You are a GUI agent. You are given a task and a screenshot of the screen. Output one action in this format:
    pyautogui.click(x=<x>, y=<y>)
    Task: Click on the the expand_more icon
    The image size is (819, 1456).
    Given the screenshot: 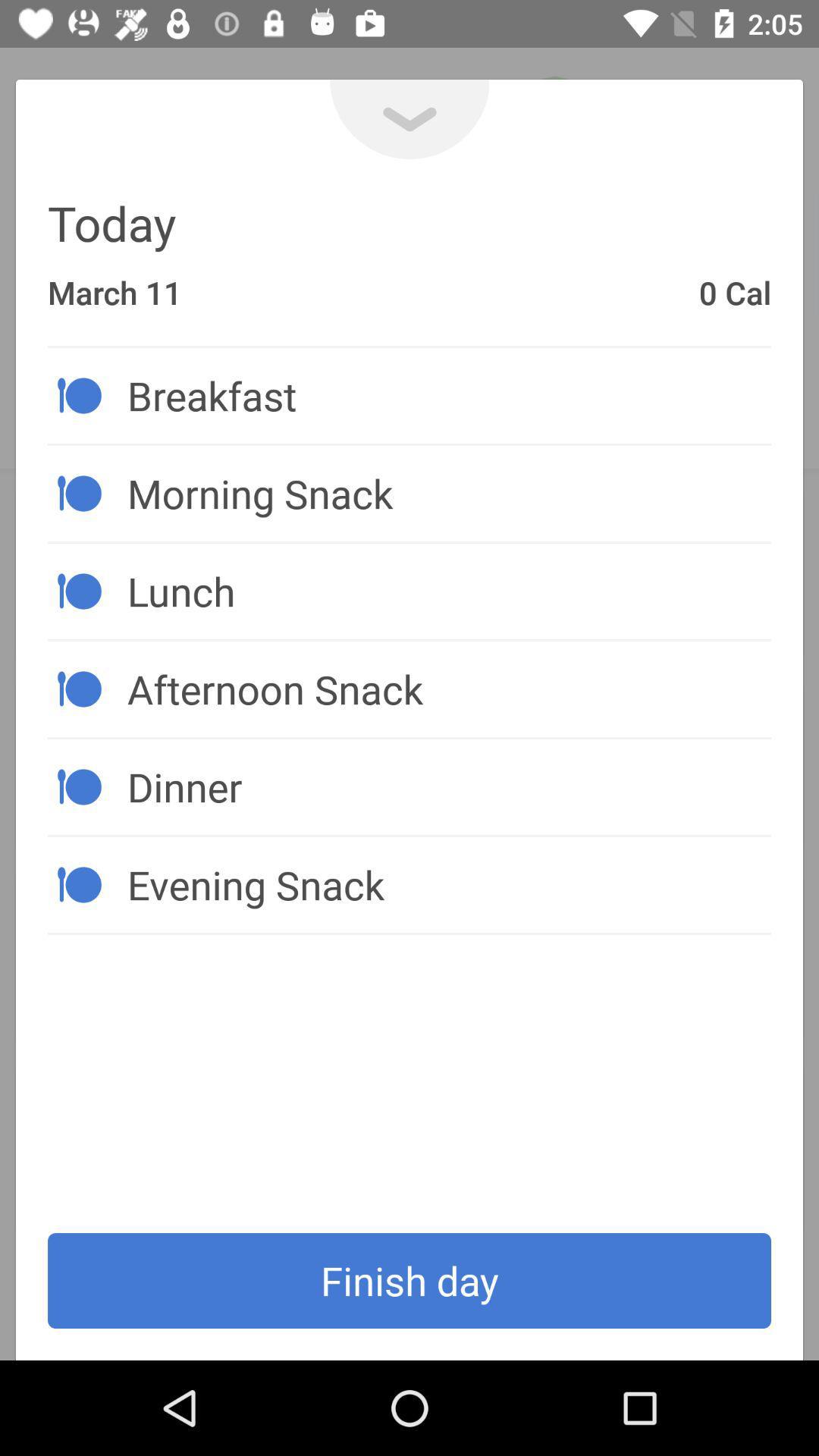 What is the action you would take?
    pyautogui.click(x=409, y=118)
    